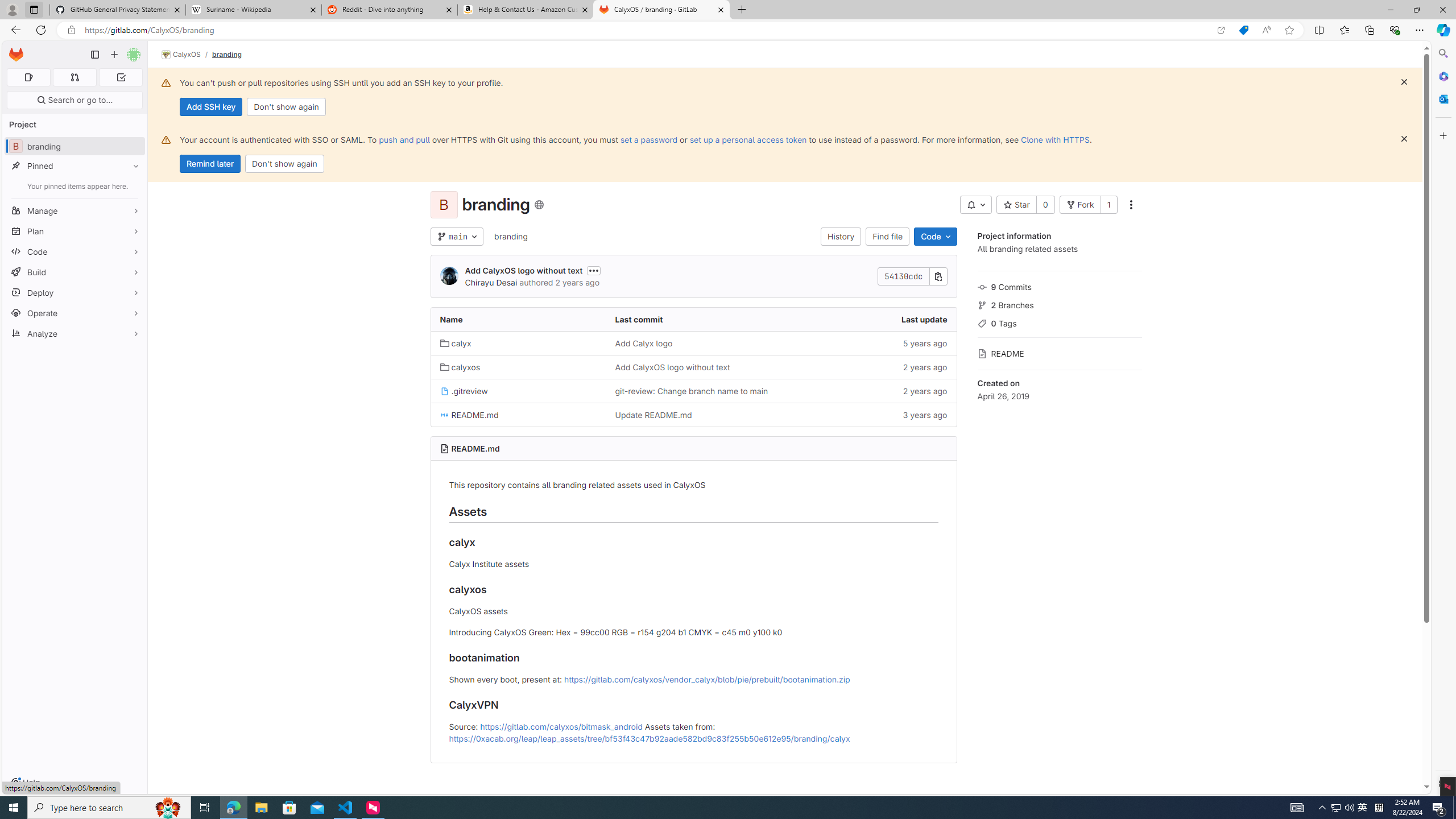 This screenshot has width=1456, height=819. What do you see at coordinates (868, 320) in the screenshot?
I see `'Last update'` at bounding box center [868, 320].